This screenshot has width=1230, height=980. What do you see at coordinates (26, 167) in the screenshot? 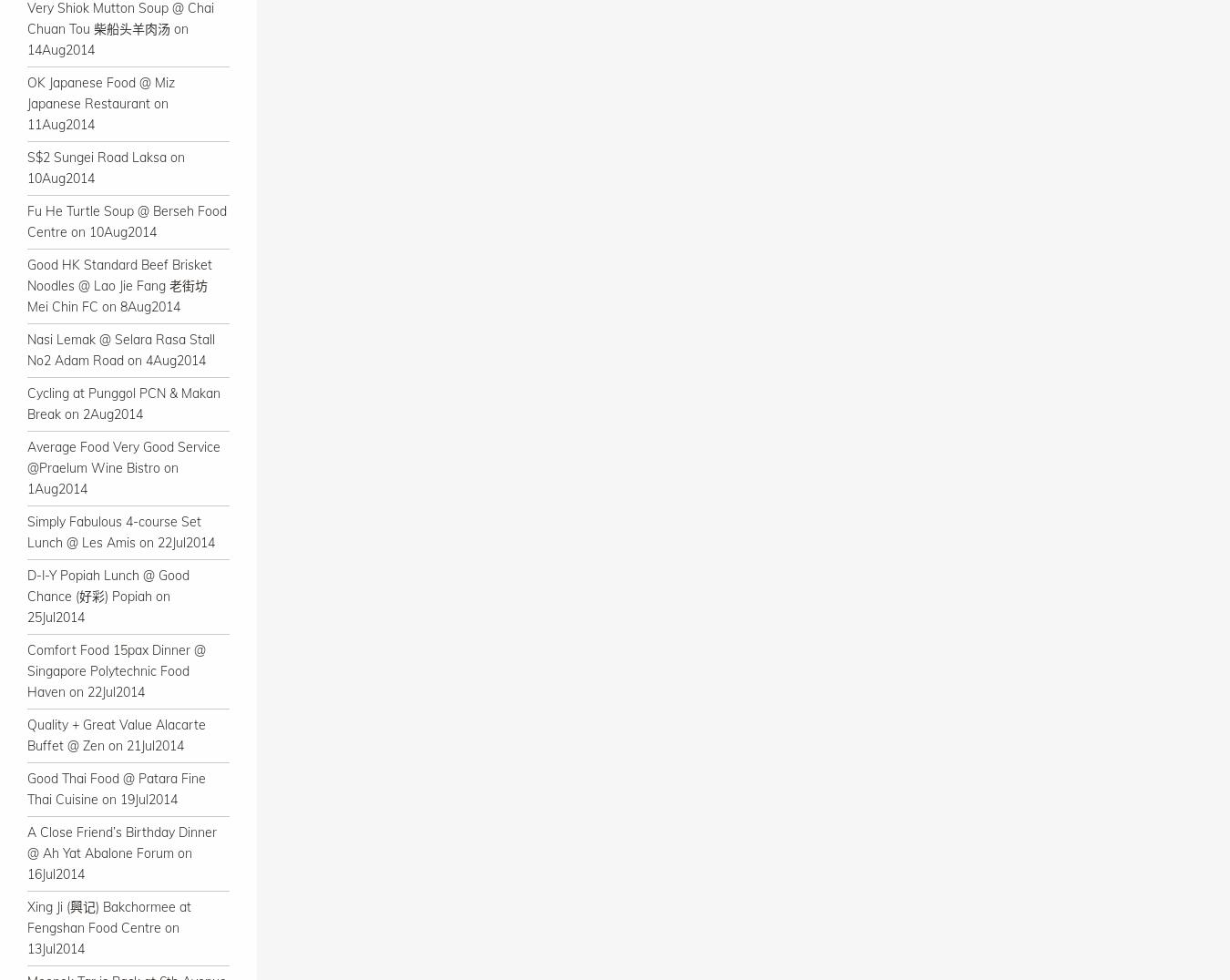
I see `'S$2 Sungei Road Laksa on 10Aug2014'` at bounding box center [26, 167].